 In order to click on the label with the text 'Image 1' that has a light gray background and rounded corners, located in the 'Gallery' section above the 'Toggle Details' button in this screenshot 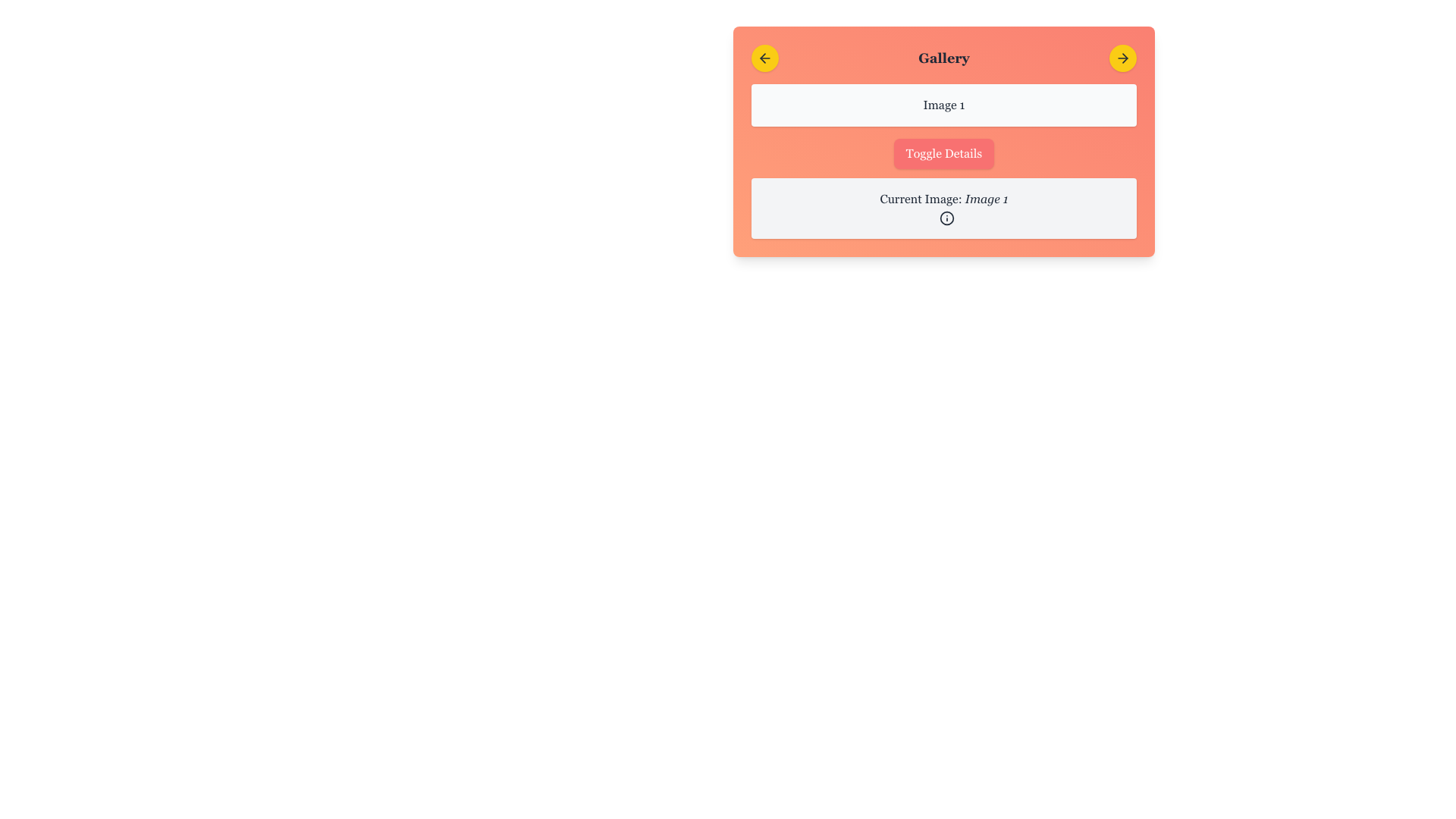, I will do `click(943, 104)`.